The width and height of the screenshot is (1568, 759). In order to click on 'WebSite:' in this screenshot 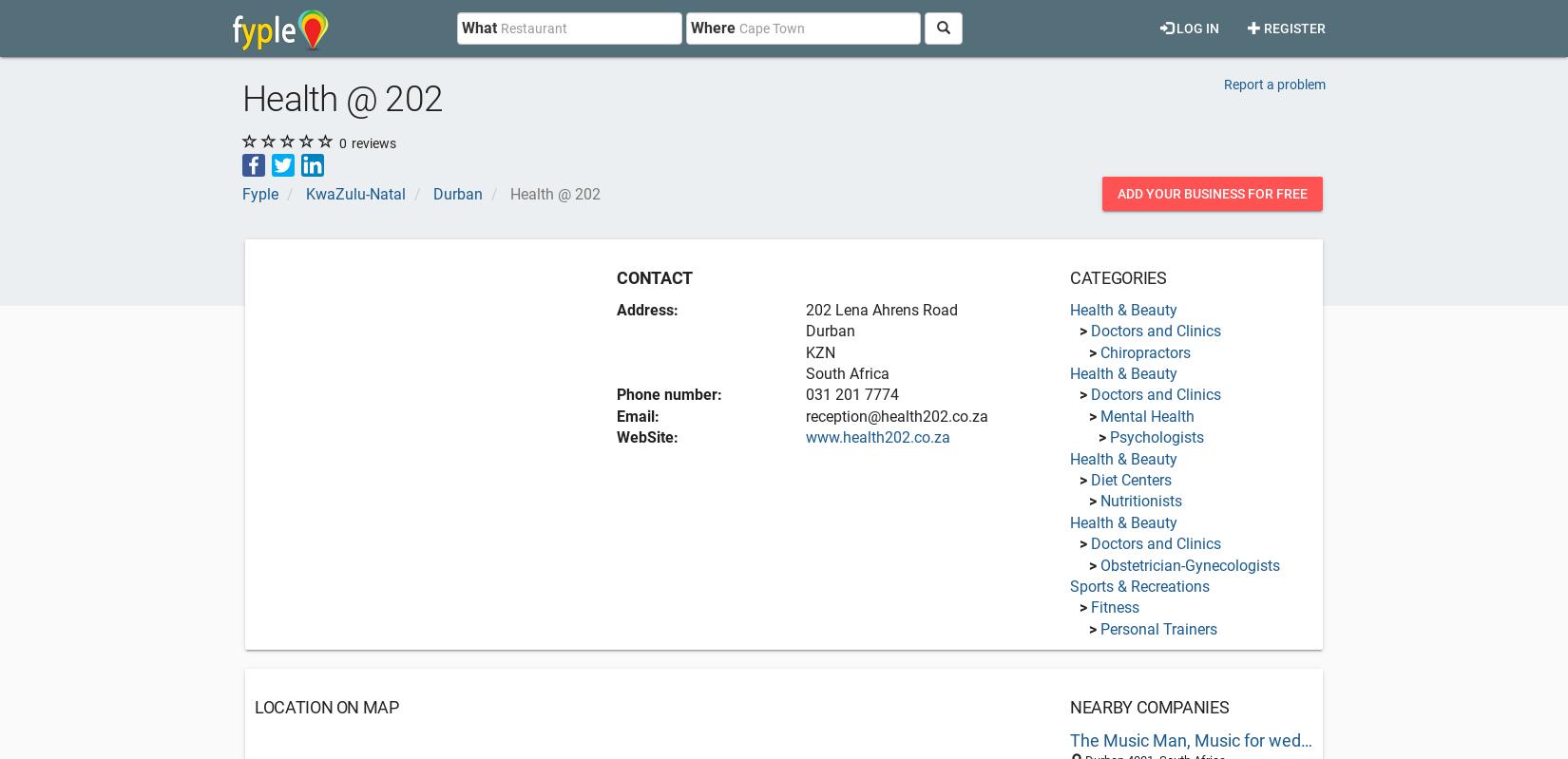, I will do `click(646, 437)`.